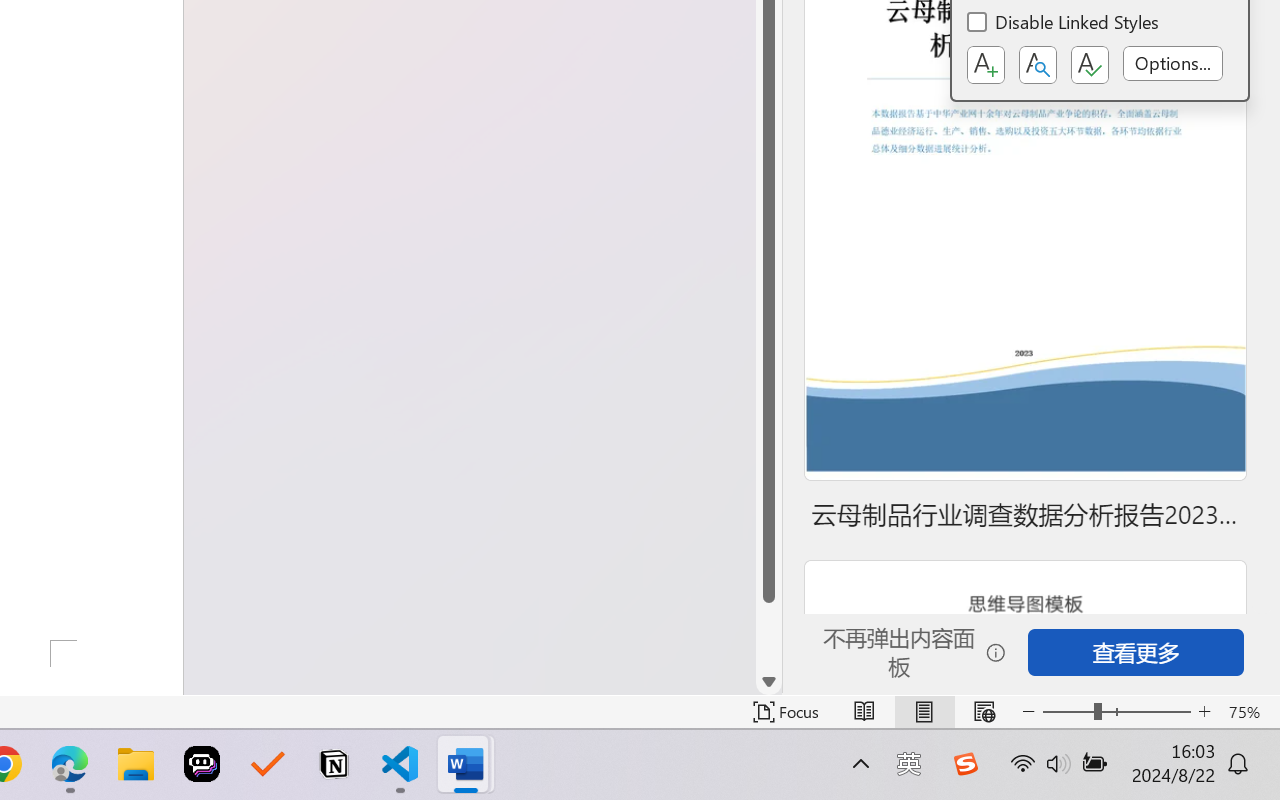 This screenshot has height=800, width=1280. What do you see at coordinates (923, 711) in the screenshot?
I see `'Print Layout'` at bounding box center [923, 711].